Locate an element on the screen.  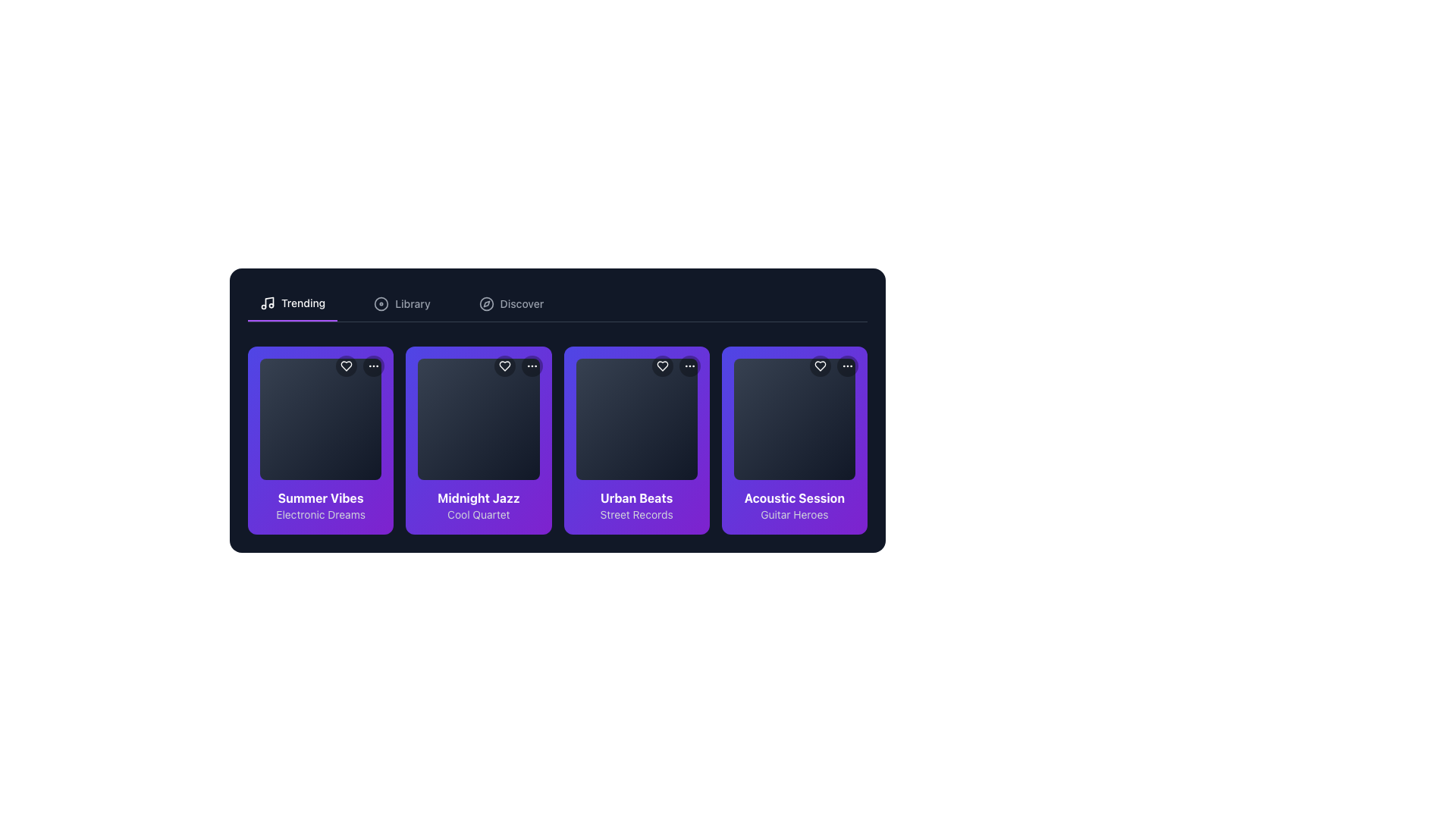
text content of the subtitle label located below the 'Midnight Jazz' title in the second card of the grid layout within the 'Trending' tab interface is located at coordinates (478, 514).